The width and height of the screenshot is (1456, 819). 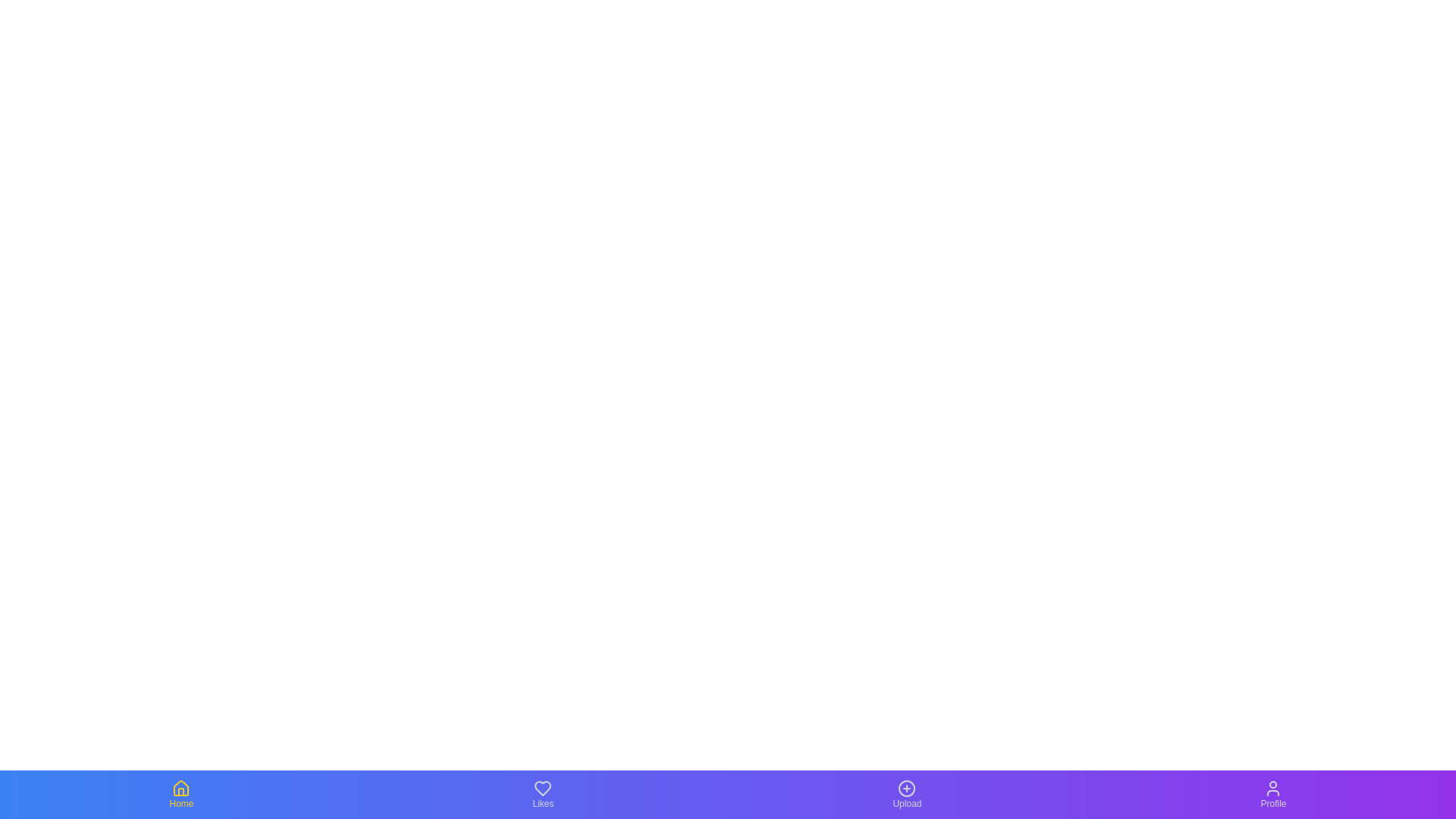 I want to click on the navigation icon for Home, so click(x=181, y=794).